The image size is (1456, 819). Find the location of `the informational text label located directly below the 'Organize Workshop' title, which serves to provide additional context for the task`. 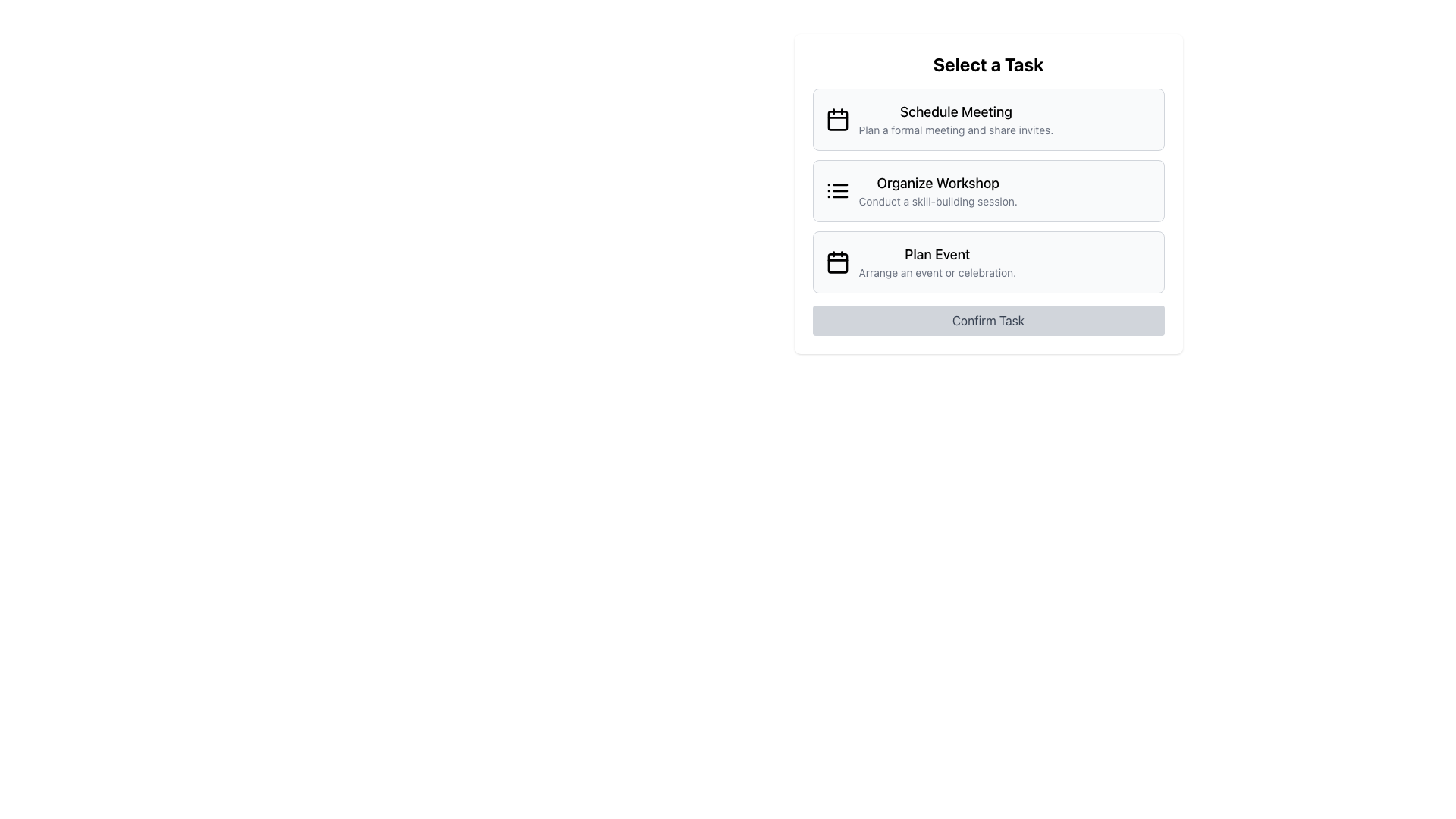

the informational text label located directly below the 'Organize Workshop' title, which serves to provide additional context for the task is located at coordinates (937, 201).